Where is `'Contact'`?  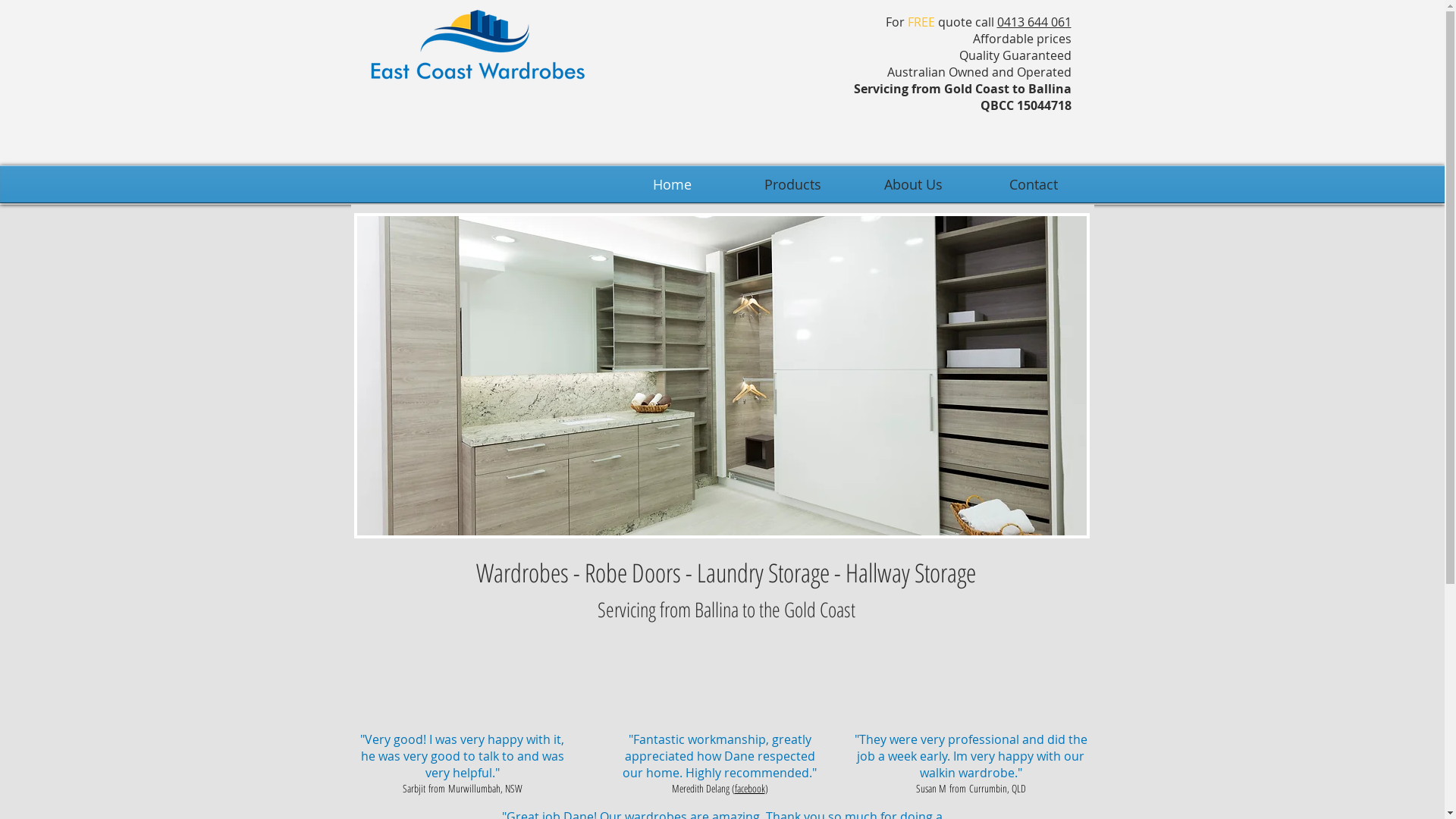
'Contact' is located at coordinates (1033, 184).